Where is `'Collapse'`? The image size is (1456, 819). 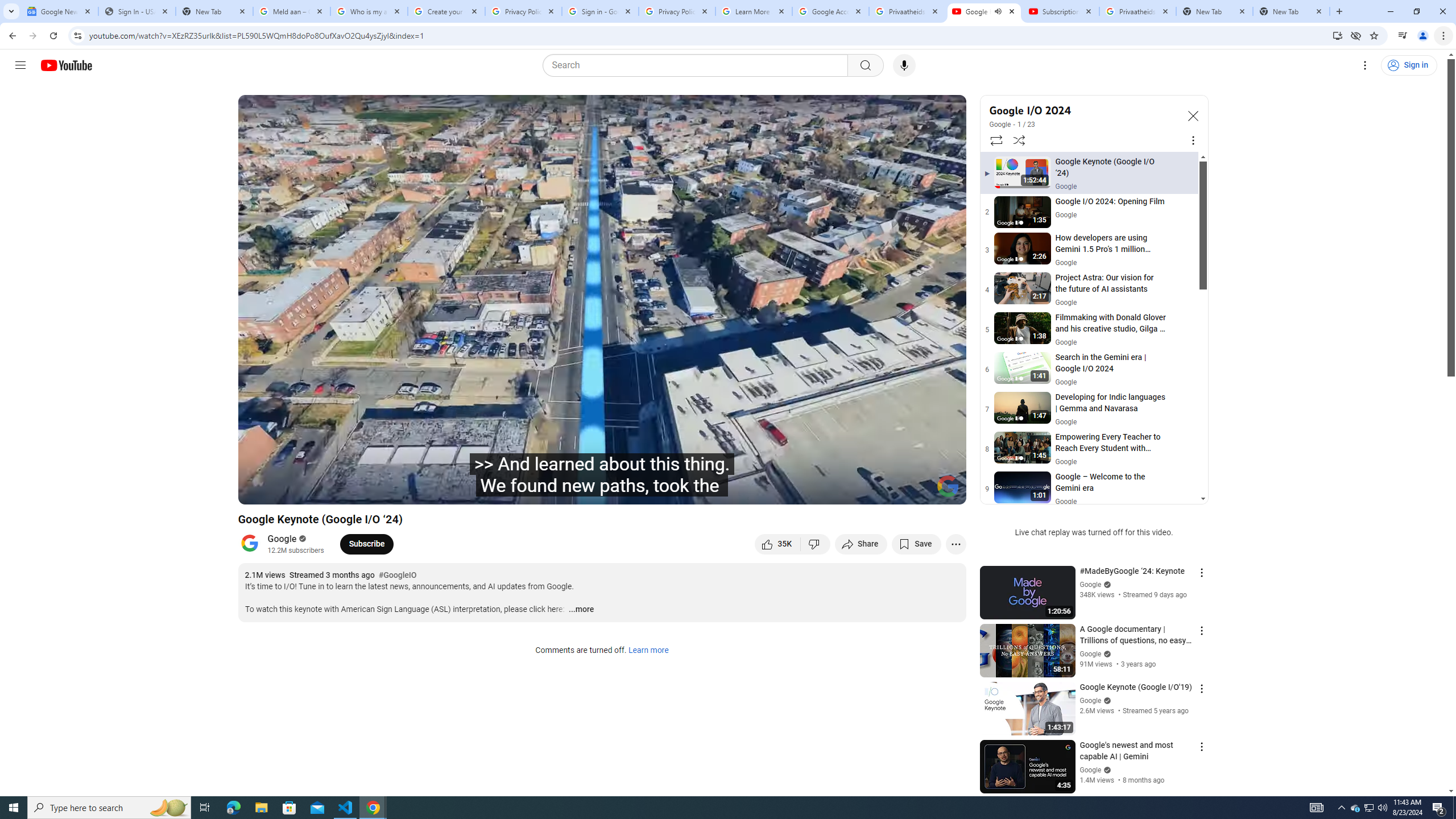
'Collapse' is located at coordinates (1192, 115).